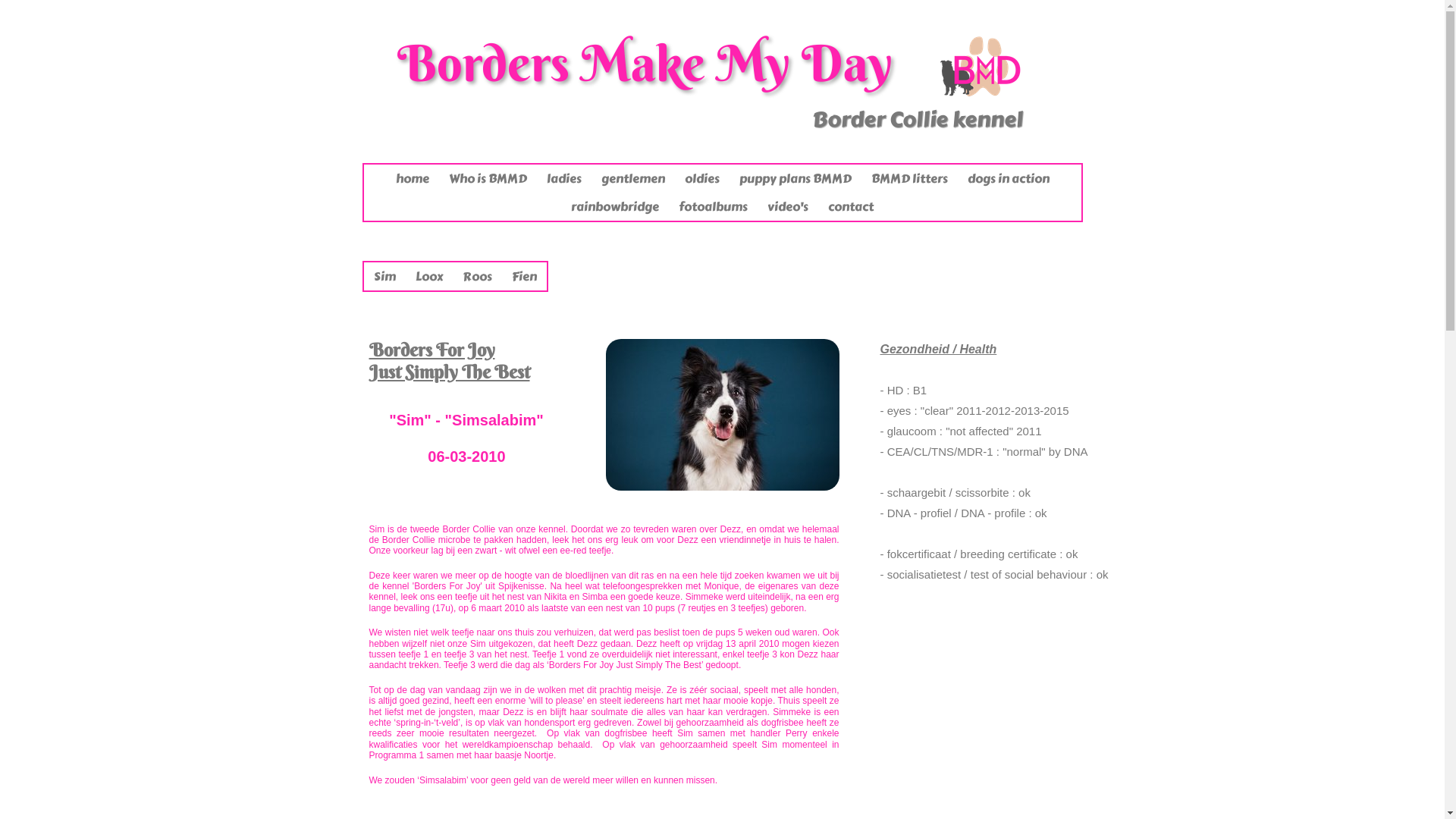 This screenshot has width=1456, height=819. I want to click on 'fotoalbums', so click(712, 206).